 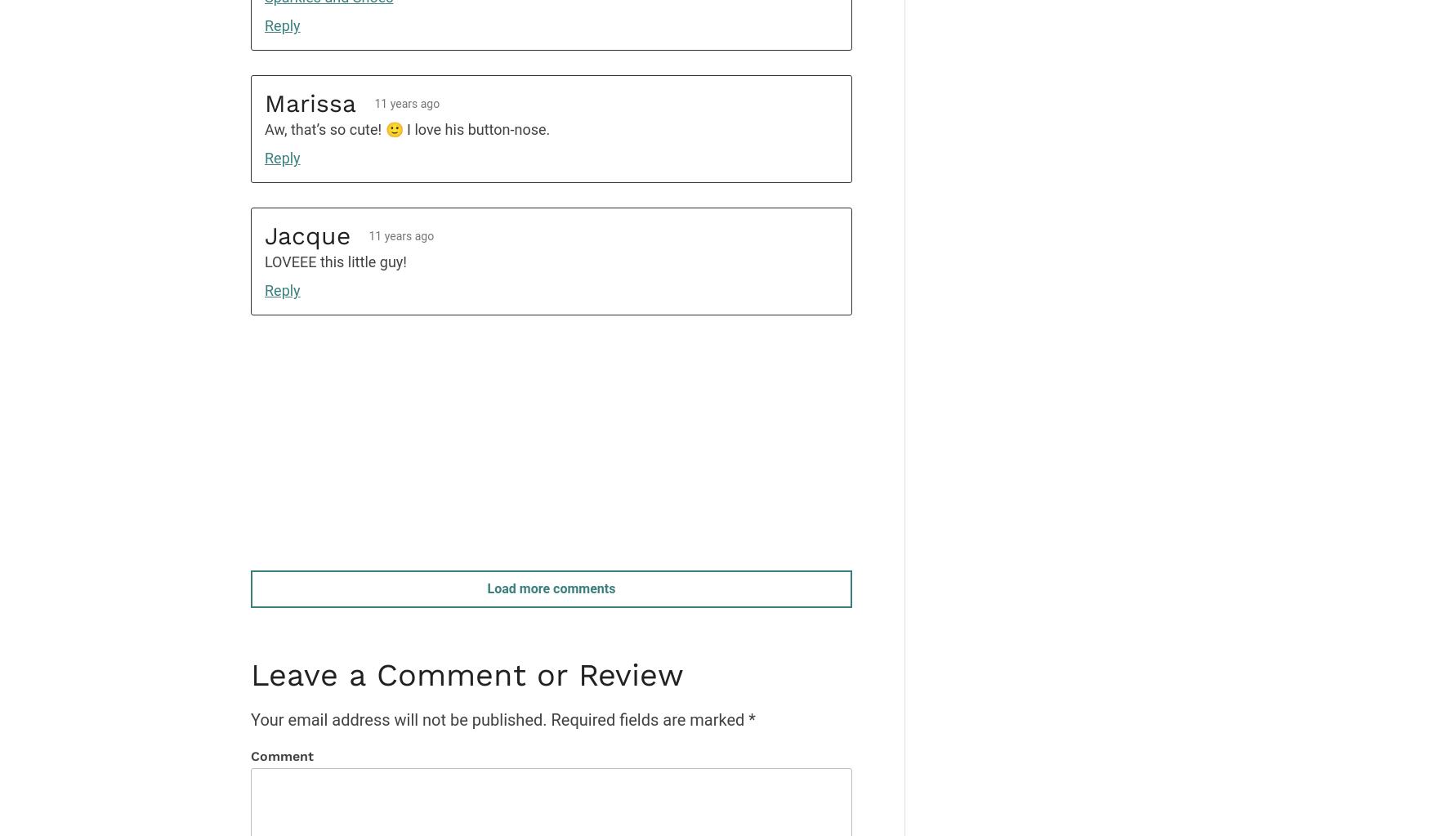 I want to click on 'Marissa', so click(x=310, y=102).